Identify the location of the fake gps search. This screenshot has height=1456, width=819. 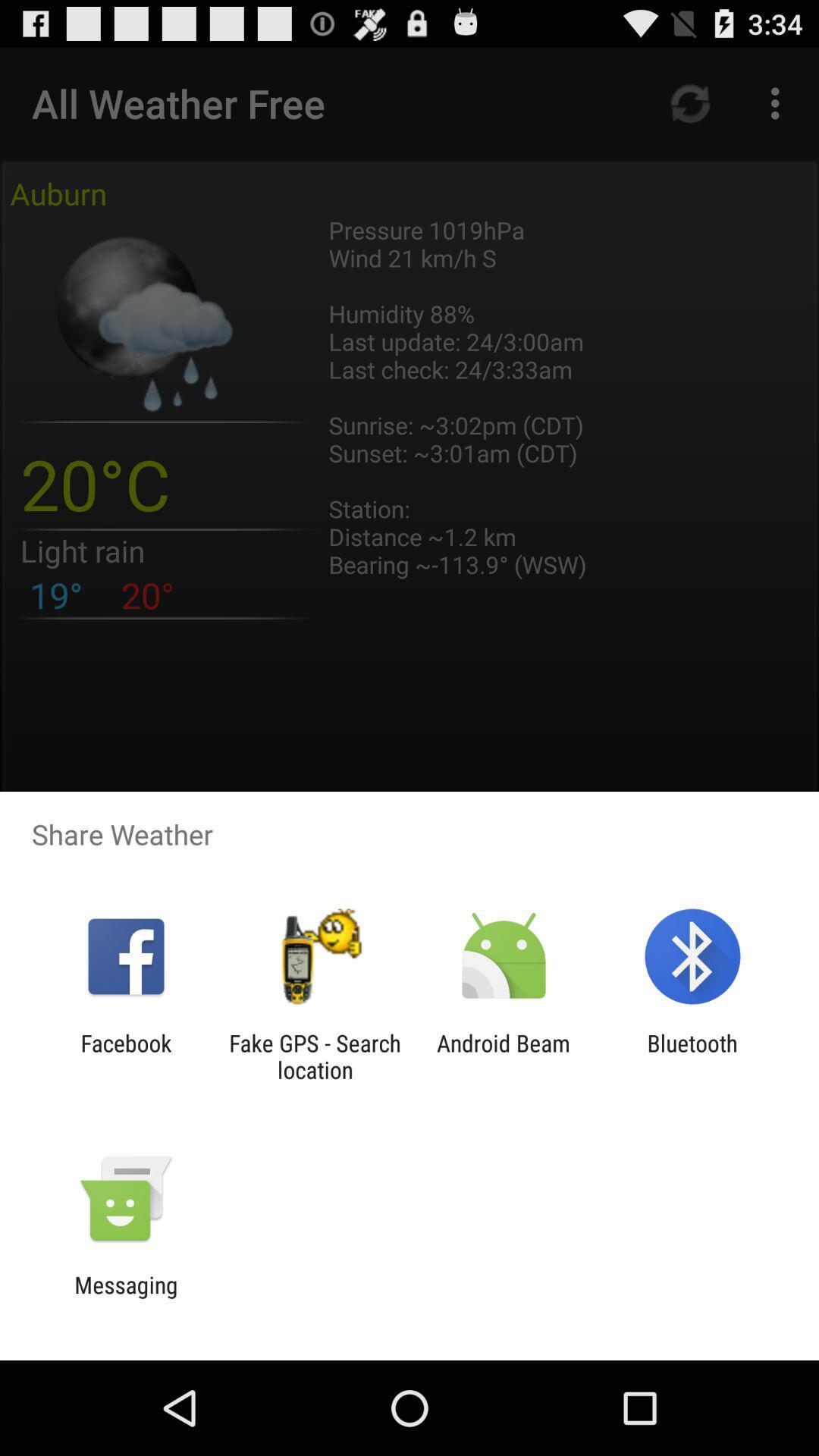
(314, 1056).